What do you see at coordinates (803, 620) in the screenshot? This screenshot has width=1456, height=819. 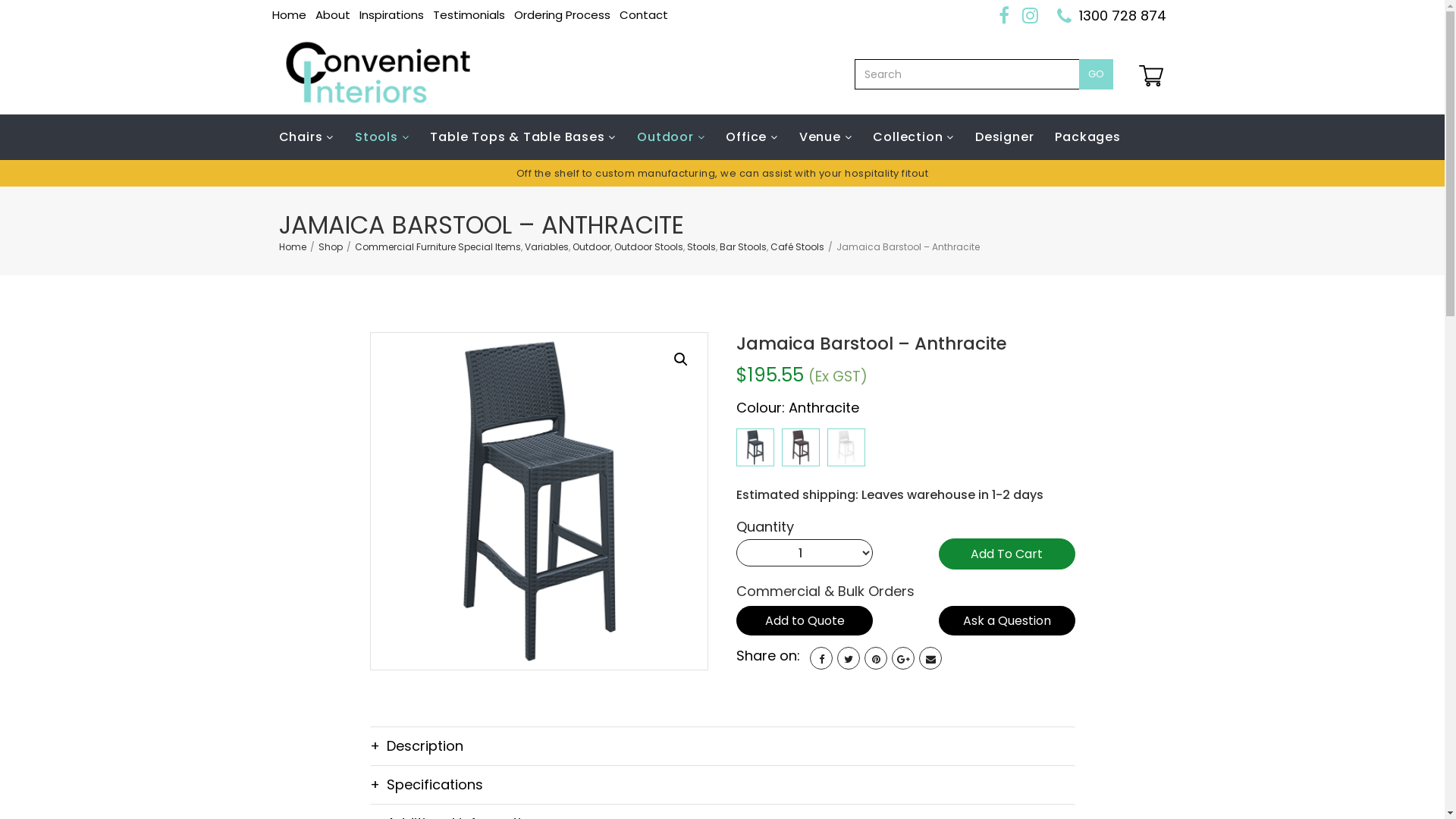 I see `'Add to Quote'` at bounding box center [803, 620].